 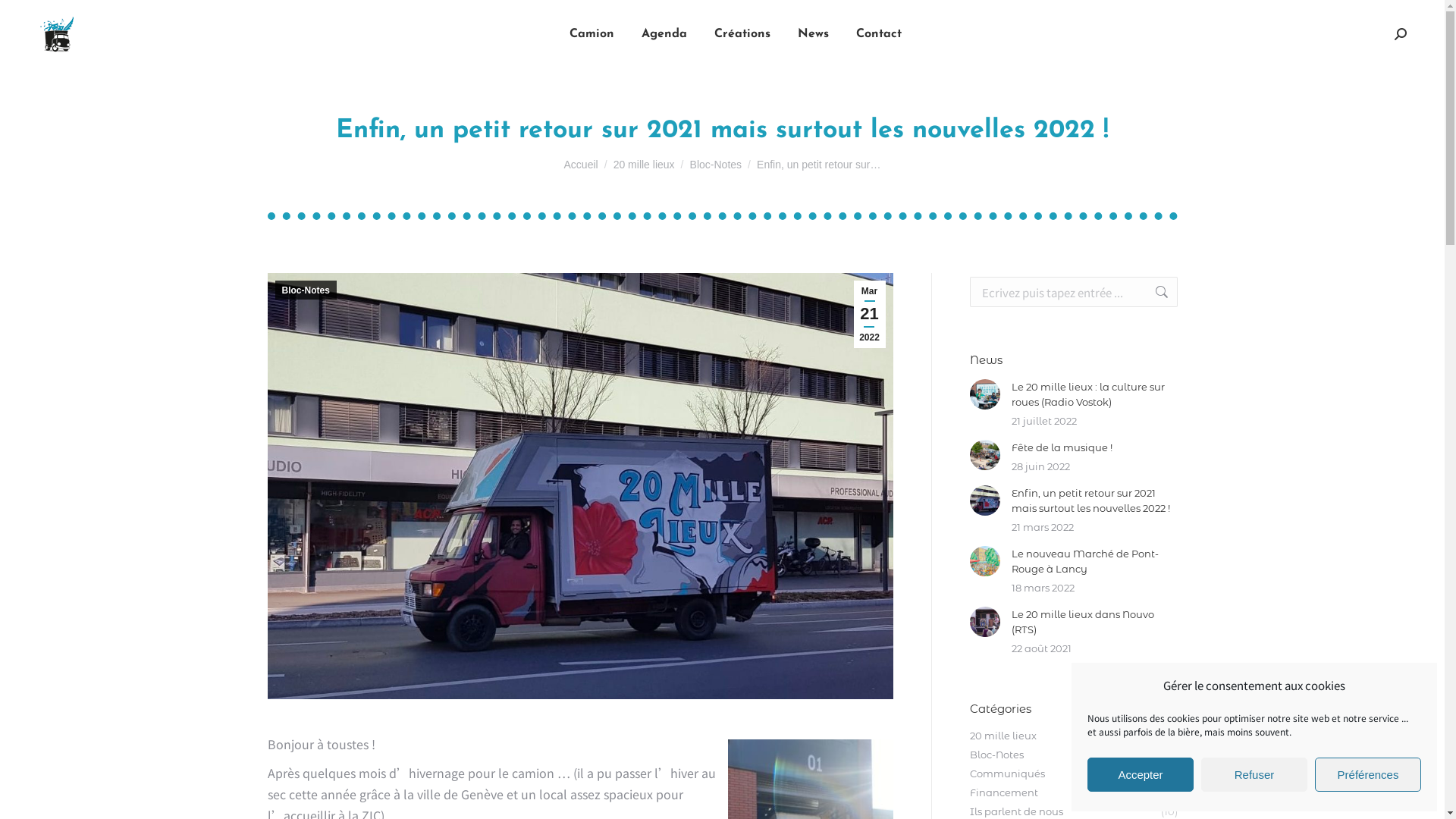 What do you see at coordinates (563, 164) in the screenshot?
I see `'Accueil'` at bounding box center [563, 164].